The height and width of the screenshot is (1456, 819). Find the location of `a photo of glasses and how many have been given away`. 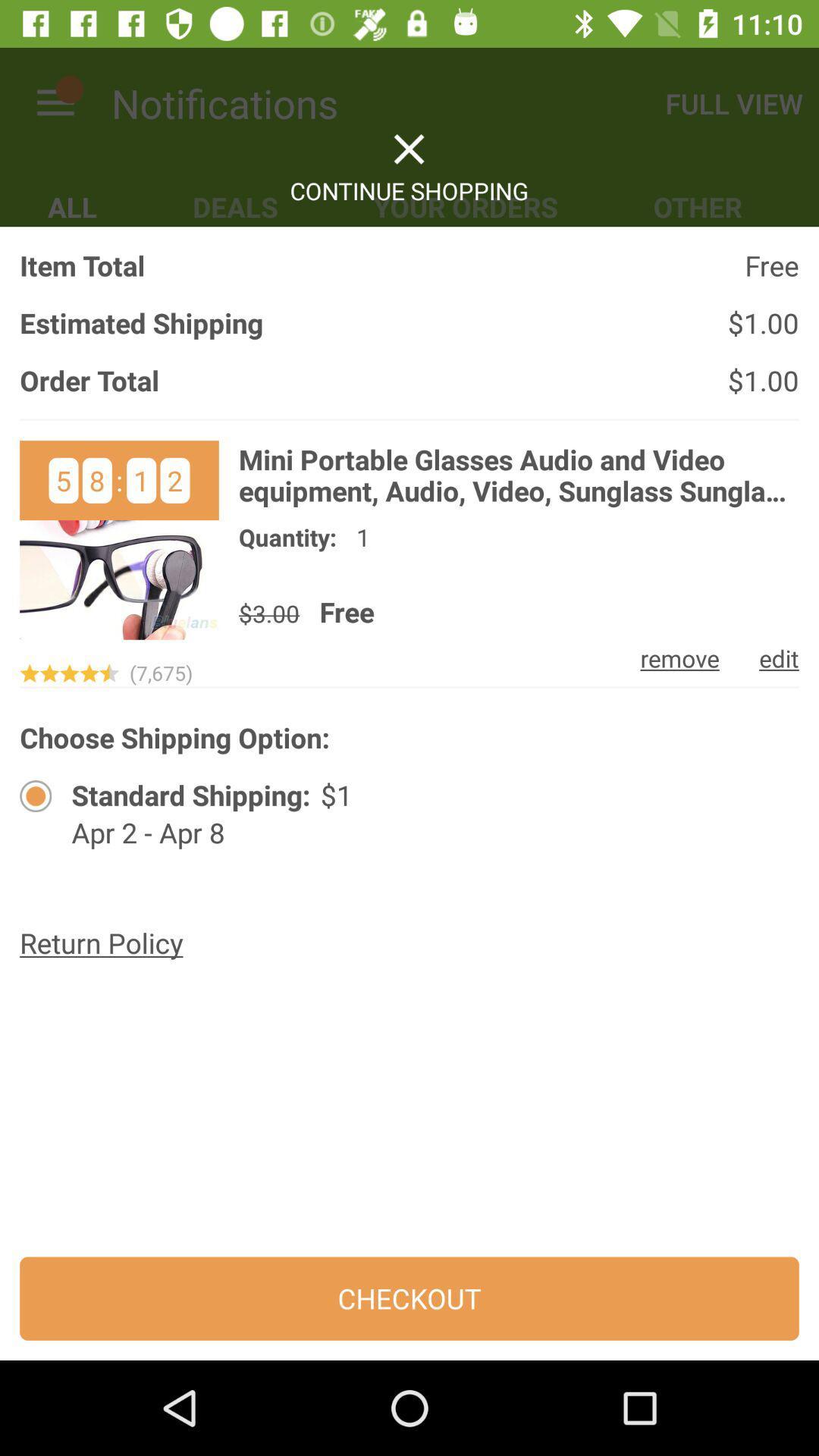

a photo of glasses and how many have been given away is located at coordinates (118, 540).